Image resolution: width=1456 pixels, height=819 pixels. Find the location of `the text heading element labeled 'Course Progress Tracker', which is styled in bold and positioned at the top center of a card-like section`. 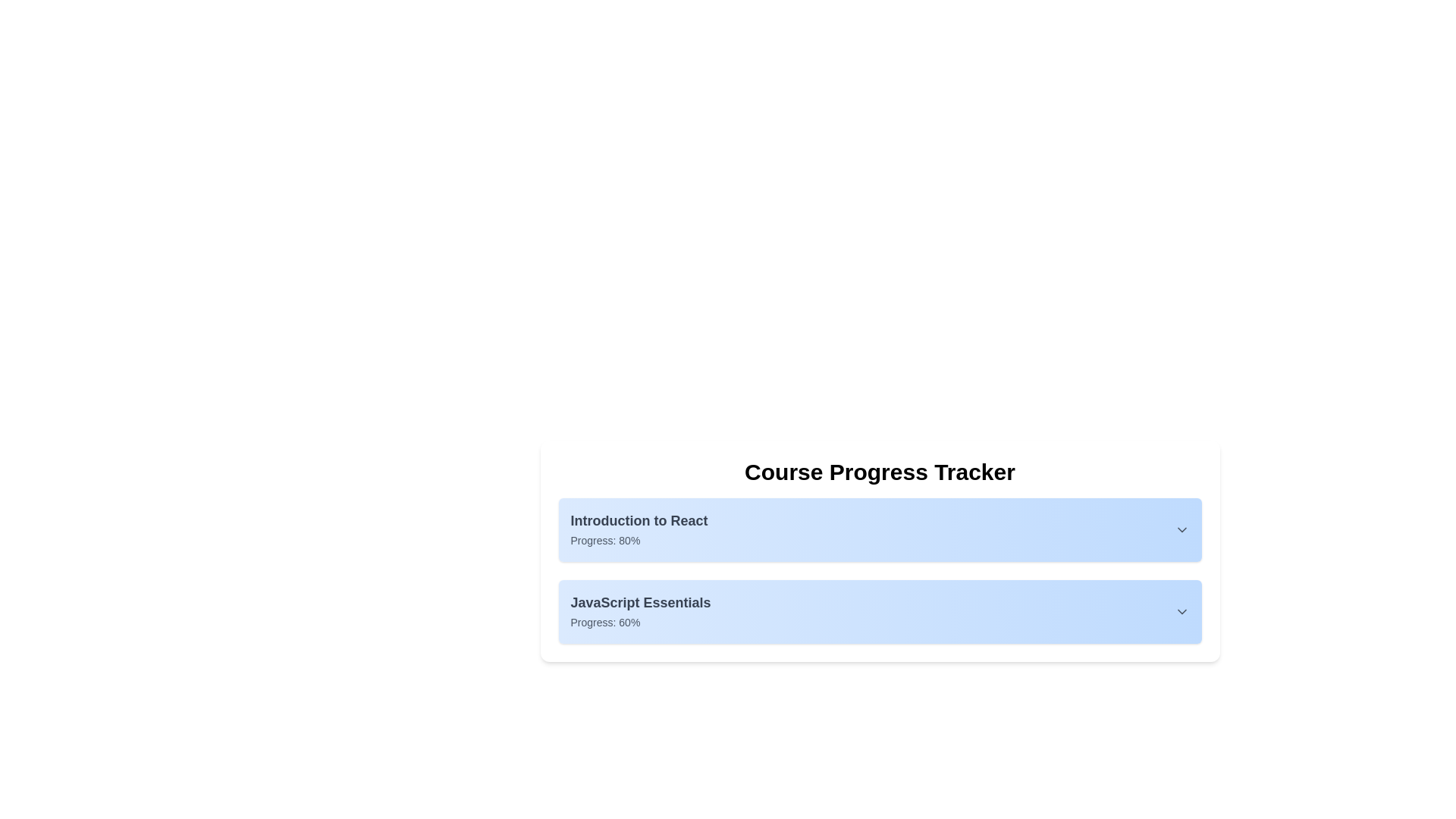

the text heading element labeled 'Course Progress Tracker', which is styled in bold and positioned at the top center of a card-like section is located at coordinates (880, 472).